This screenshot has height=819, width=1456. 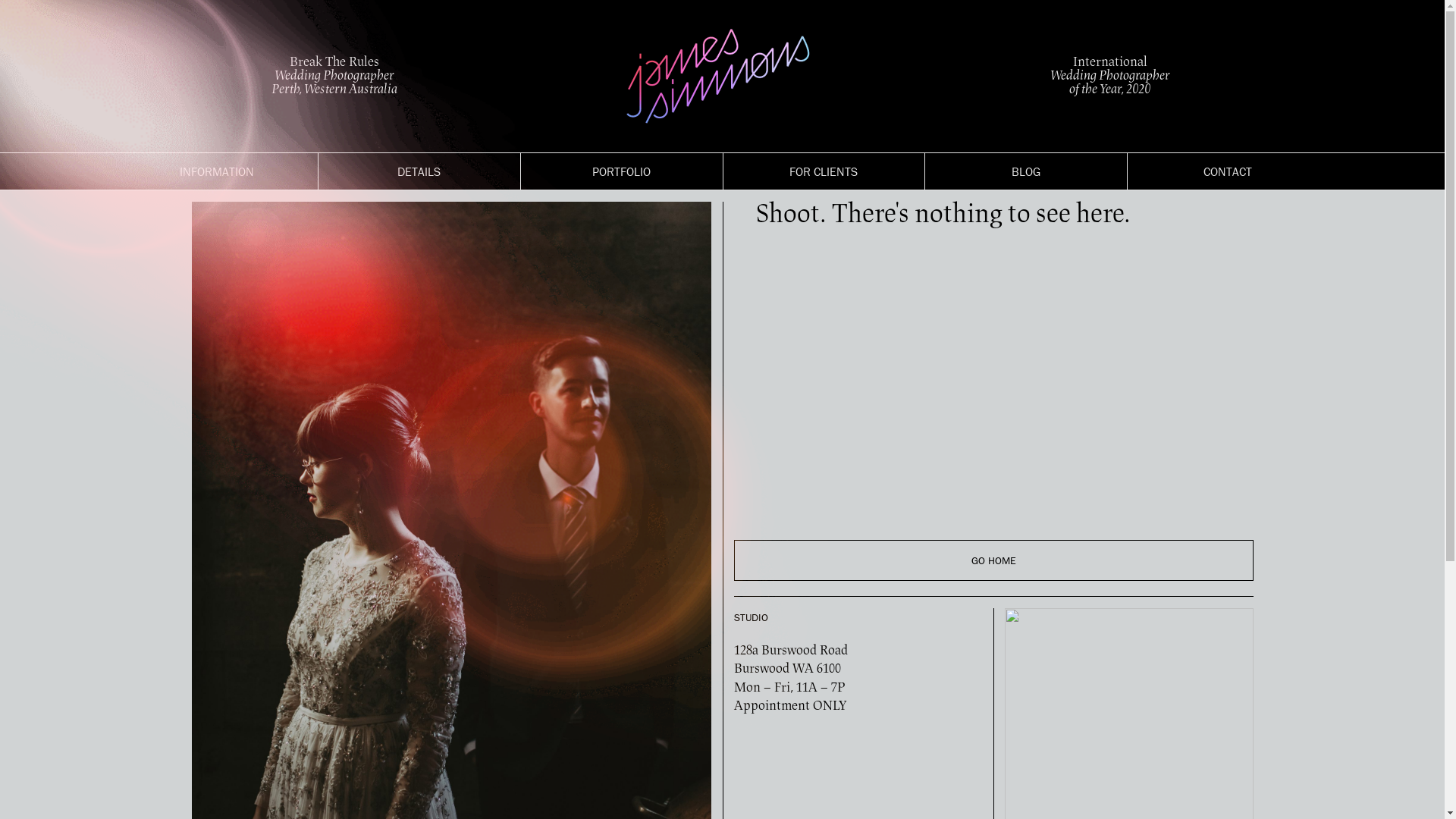 What do you see at coordinates (419, 171) in the screenshot?
I see `'DETAILS'` at bounding box center [419, 171].